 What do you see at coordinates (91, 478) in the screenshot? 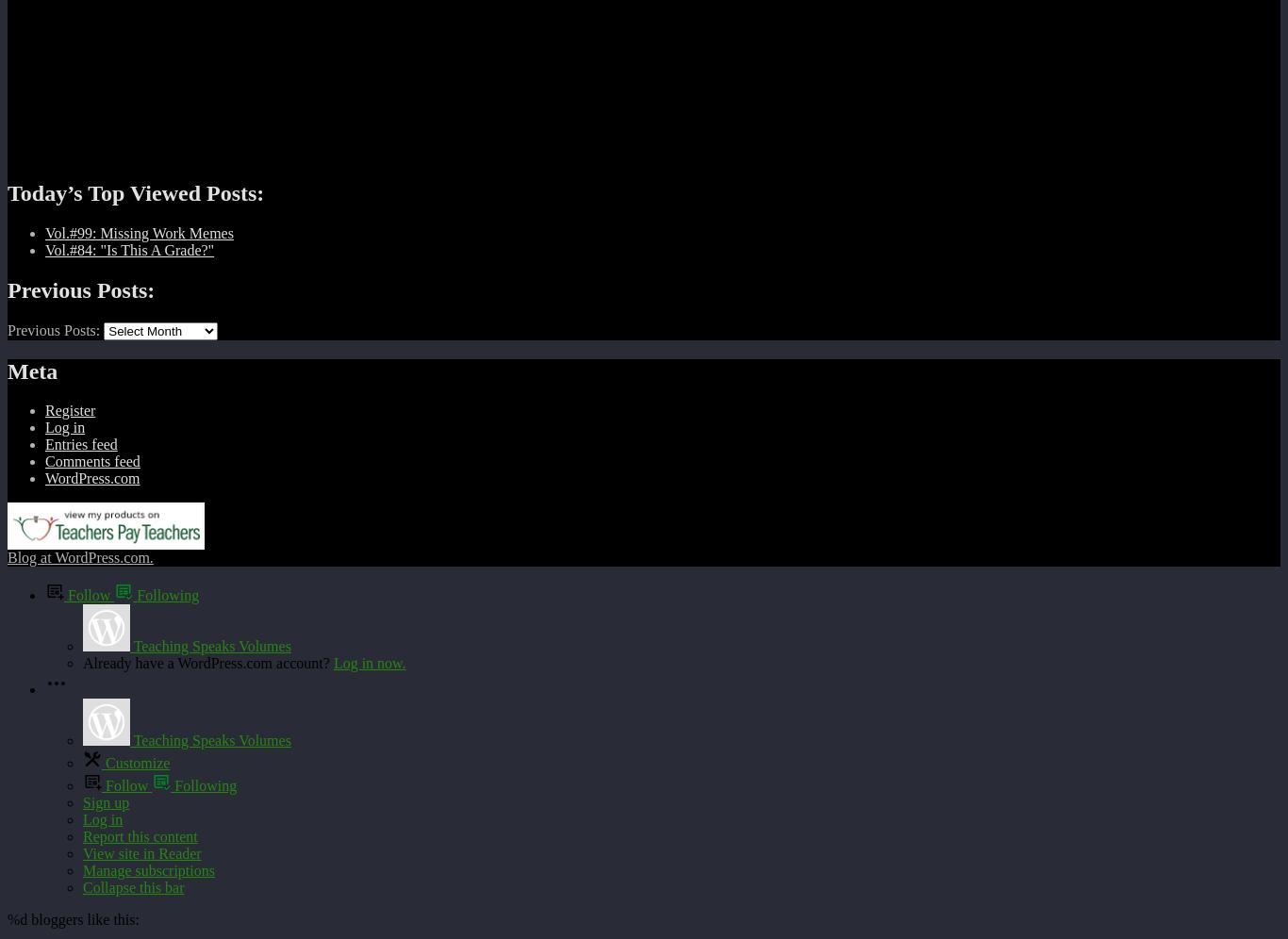
I see `'WordPress.com'` at bounding box center [91, 478].